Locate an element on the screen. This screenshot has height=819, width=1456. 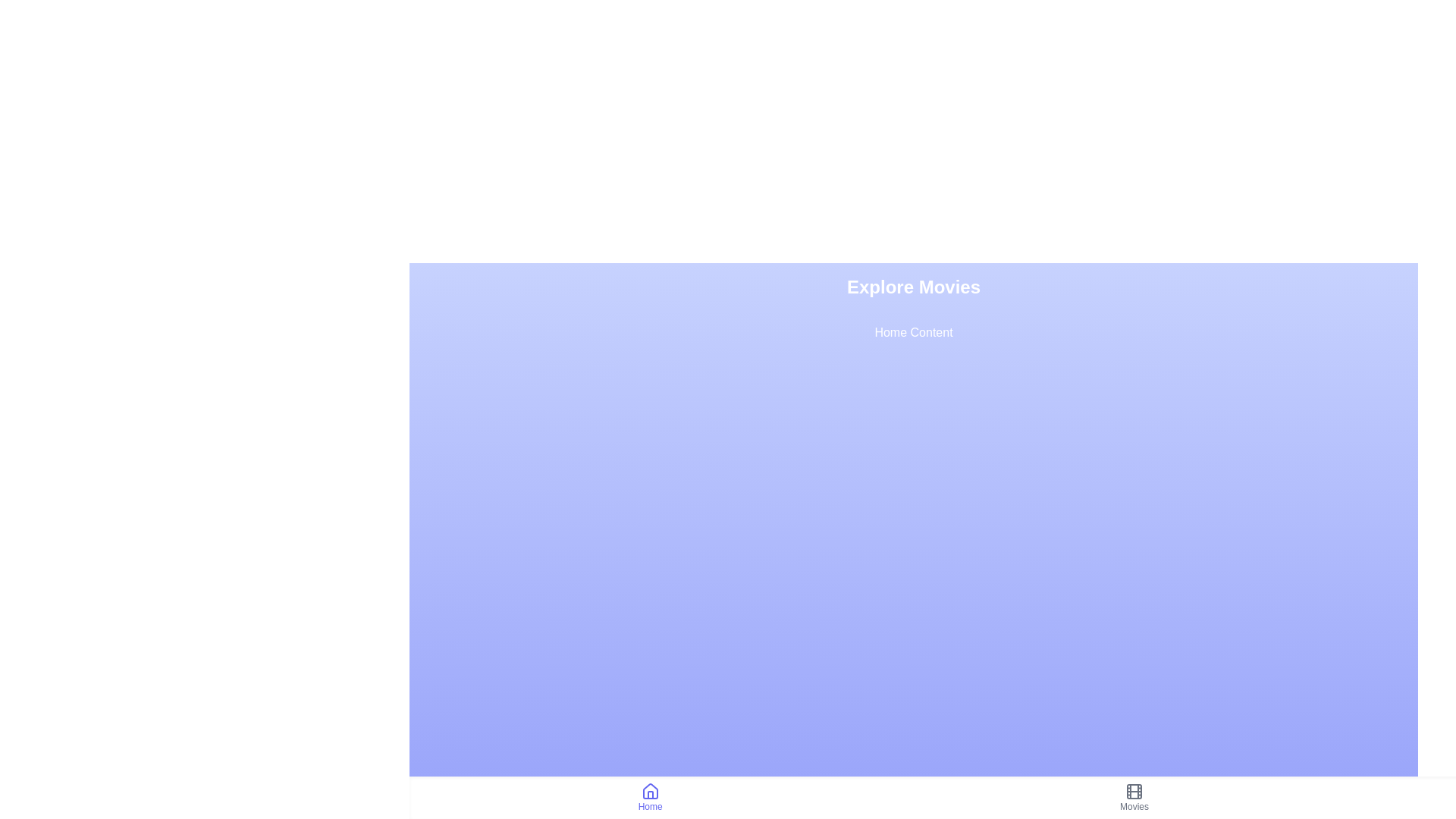
text from the centered 'Home Content' text label displaying in white on a light blue gradient background is located at coordinates (912, 332).